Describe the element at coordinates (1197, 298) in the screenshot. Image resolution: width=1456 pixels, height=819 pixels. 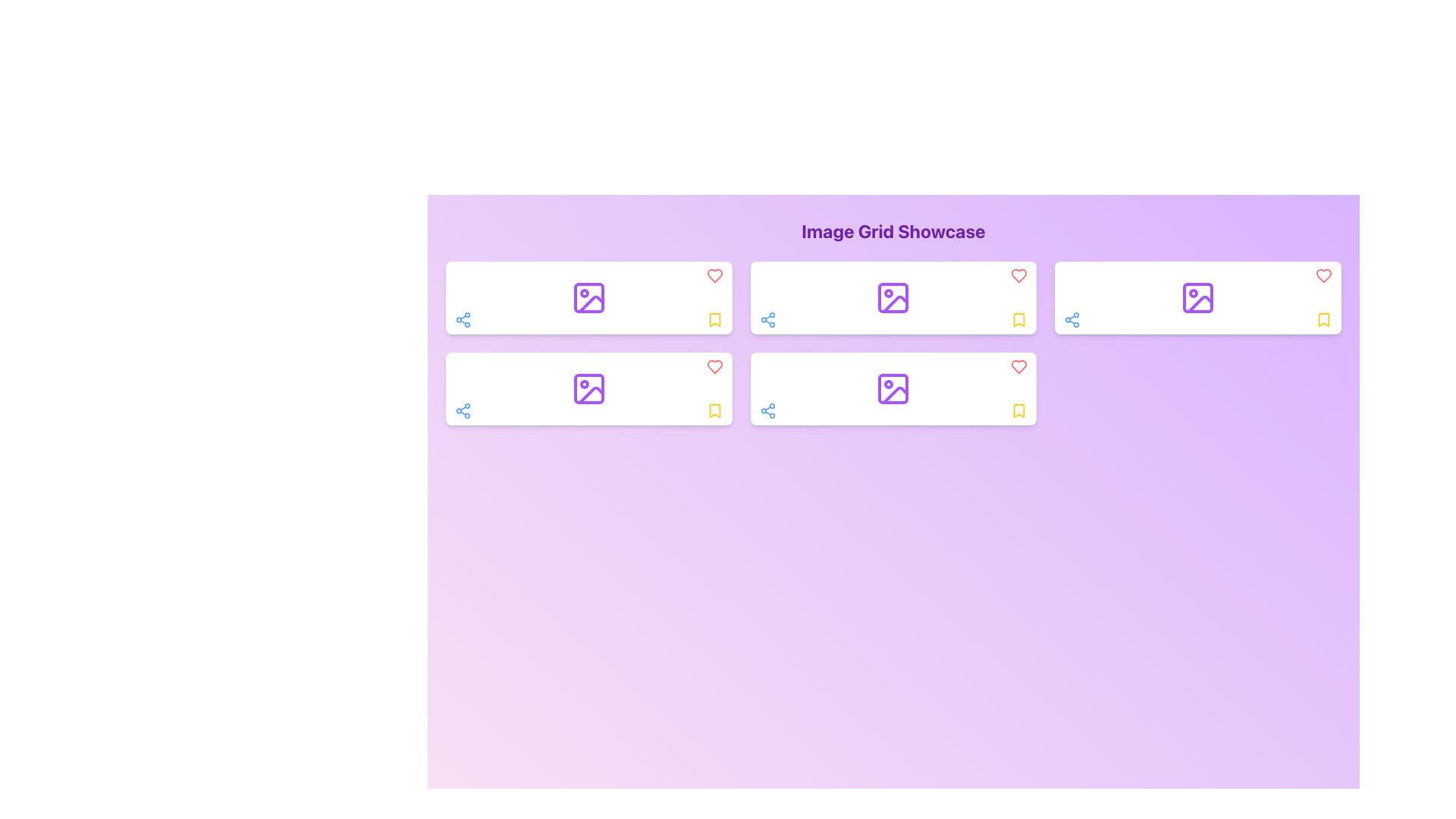
I see `the square-shaped icon with a purple outline featuring a landscape illustration, located in the top-right card of the 'Image Grid Showcase'` at that location.